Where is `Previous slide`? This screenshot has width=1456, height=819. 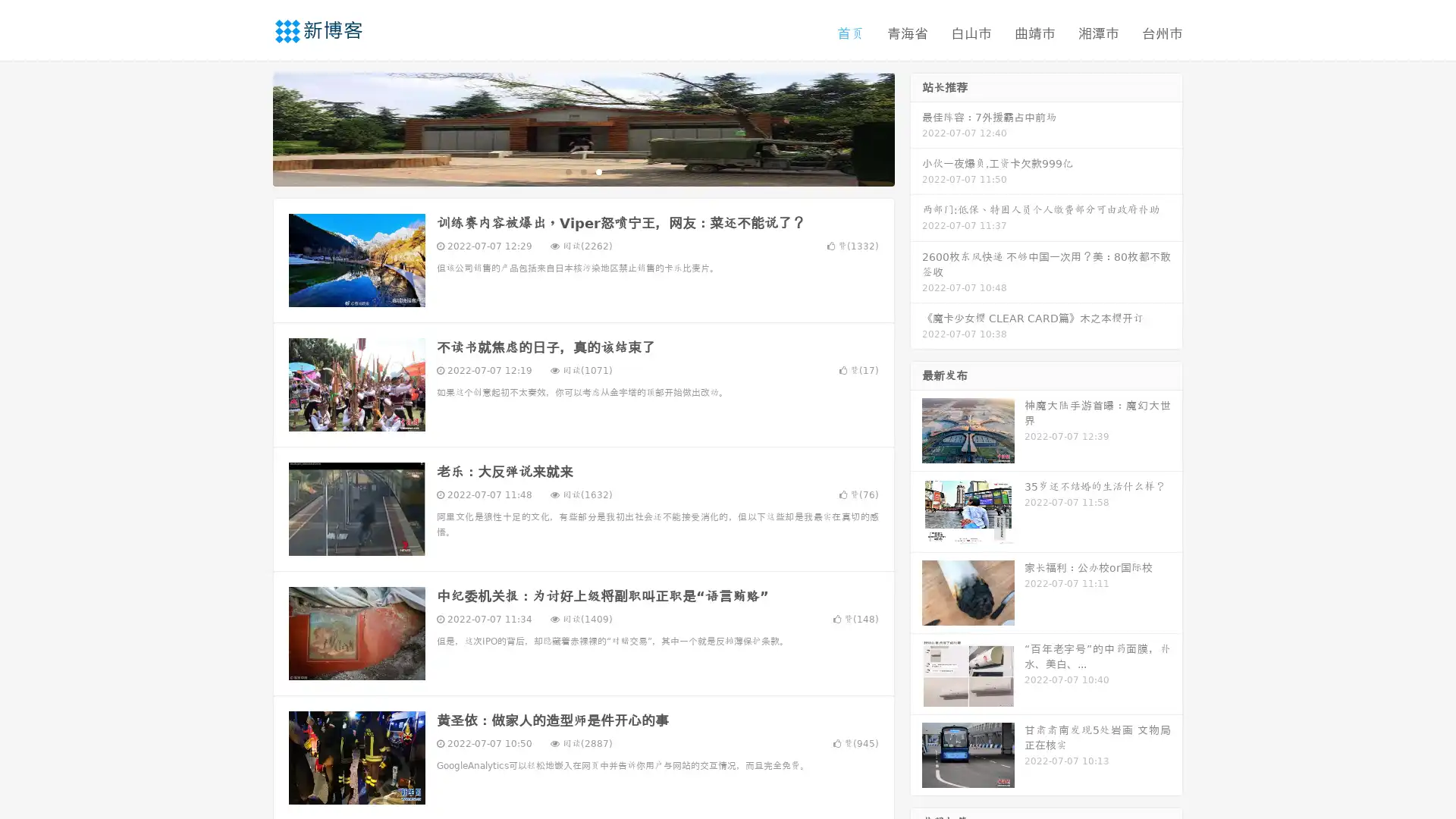
Previous slide is located at coordinates (250, 127).